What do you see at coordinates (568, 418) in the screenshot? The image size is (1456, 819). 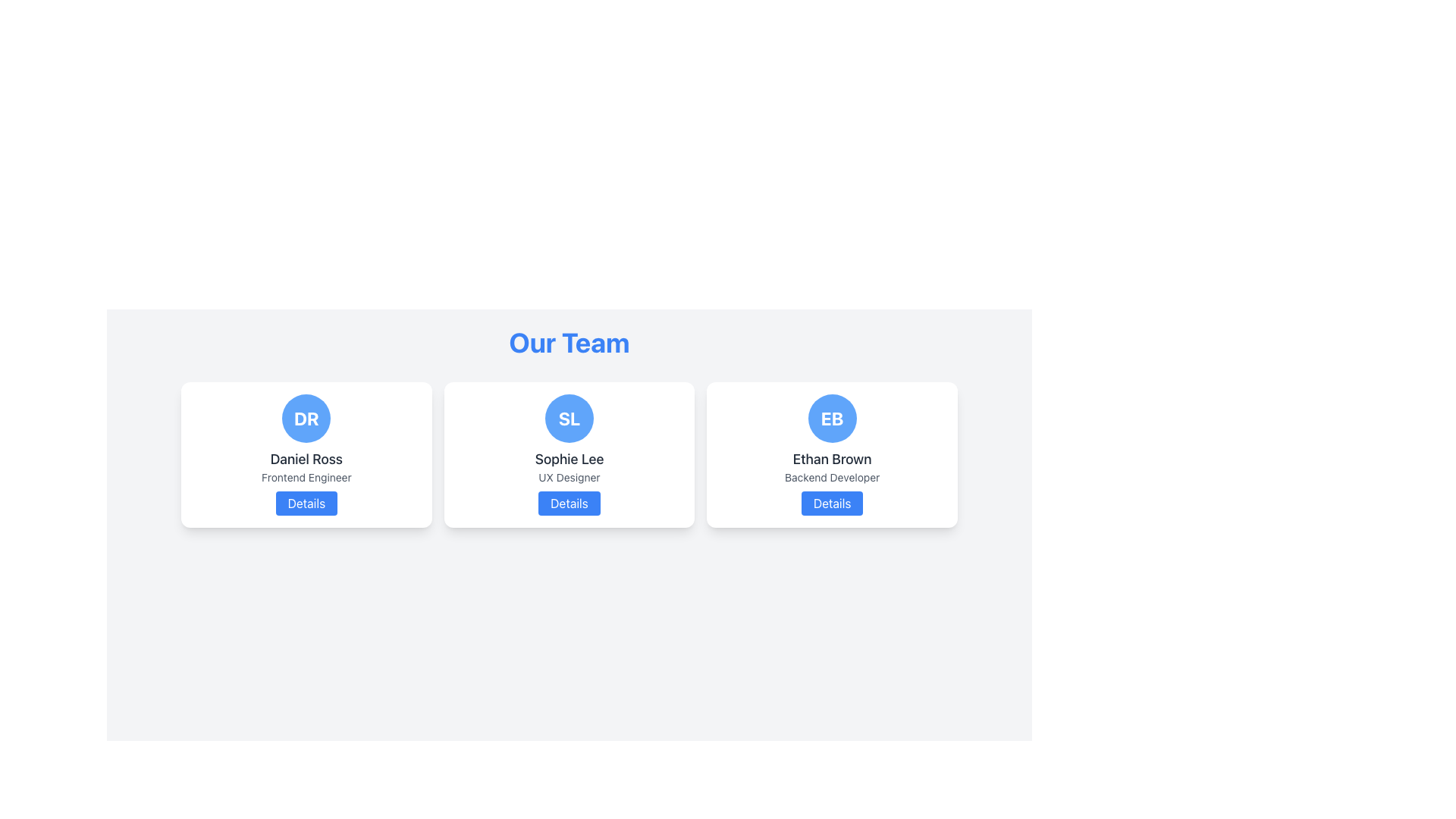 I see `the avatar badge representing the user Sophie Lee, which is positioned above the 'Sophie Lee' text and aligned with the 'UX Designer' role and 'Details' button` at bounding box center [568, 418].